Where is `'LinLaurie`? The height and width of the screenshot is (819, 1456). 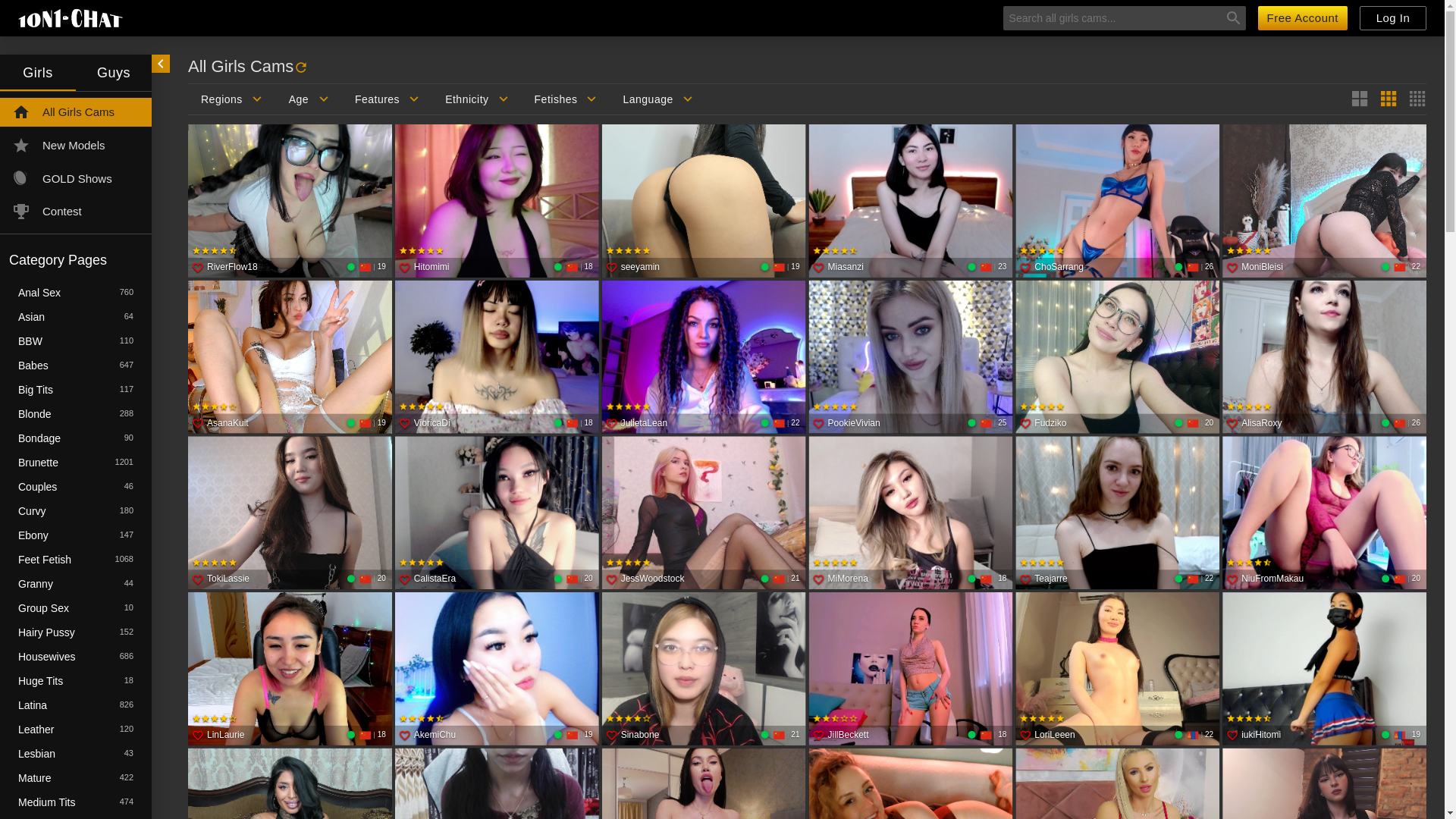 'LinLaurie is located at coordinates (290, 669).